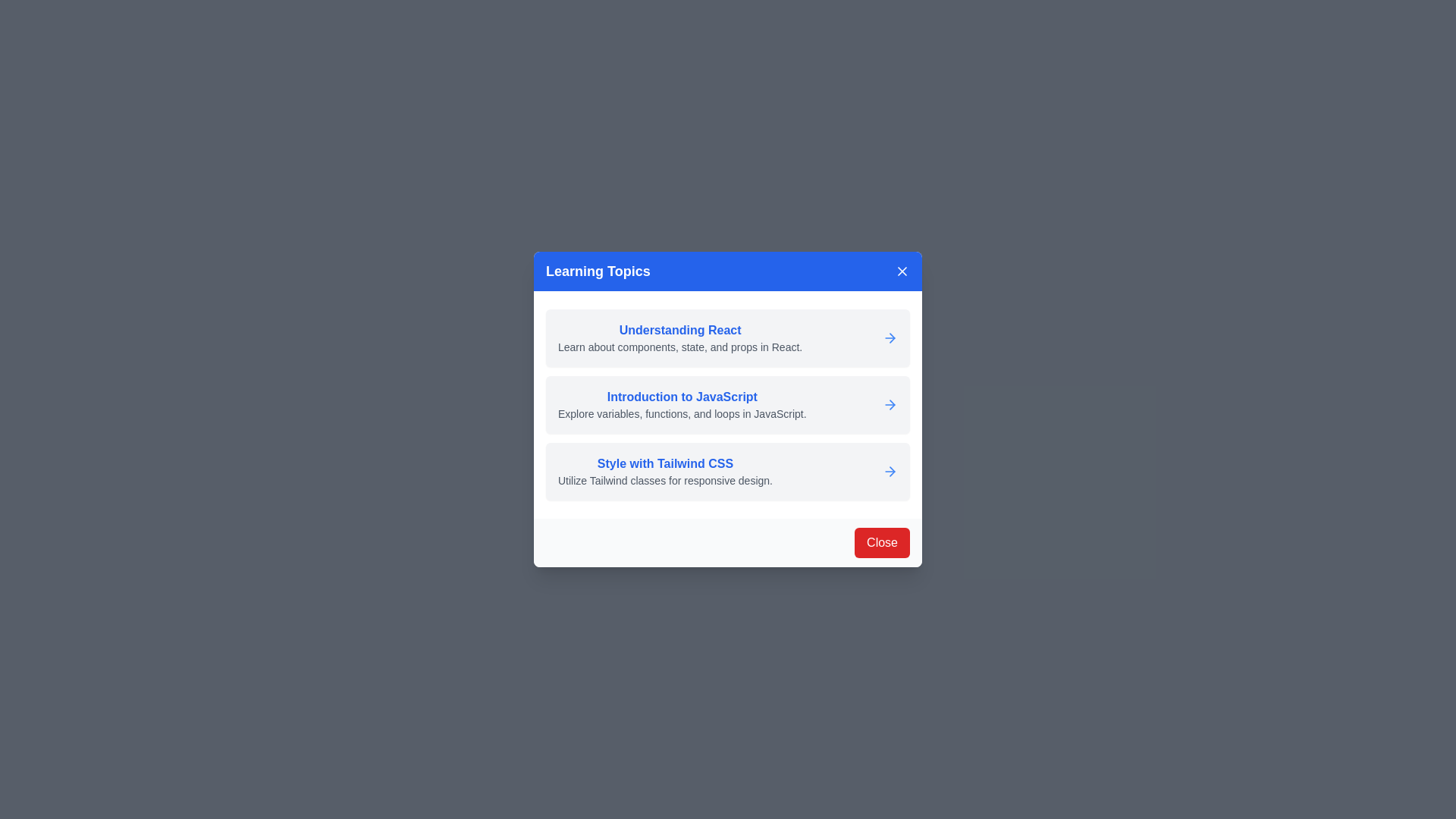 The width and height of the screenshot is (1456, 819). What do you see at coordinates (681, 403) in the screenshot?
I see `the text block titled 'Introduction to JavaScript' which contains a headline and a description, positioned in the modal titled 'Learning Topics'` at bounding box center [681, 403].